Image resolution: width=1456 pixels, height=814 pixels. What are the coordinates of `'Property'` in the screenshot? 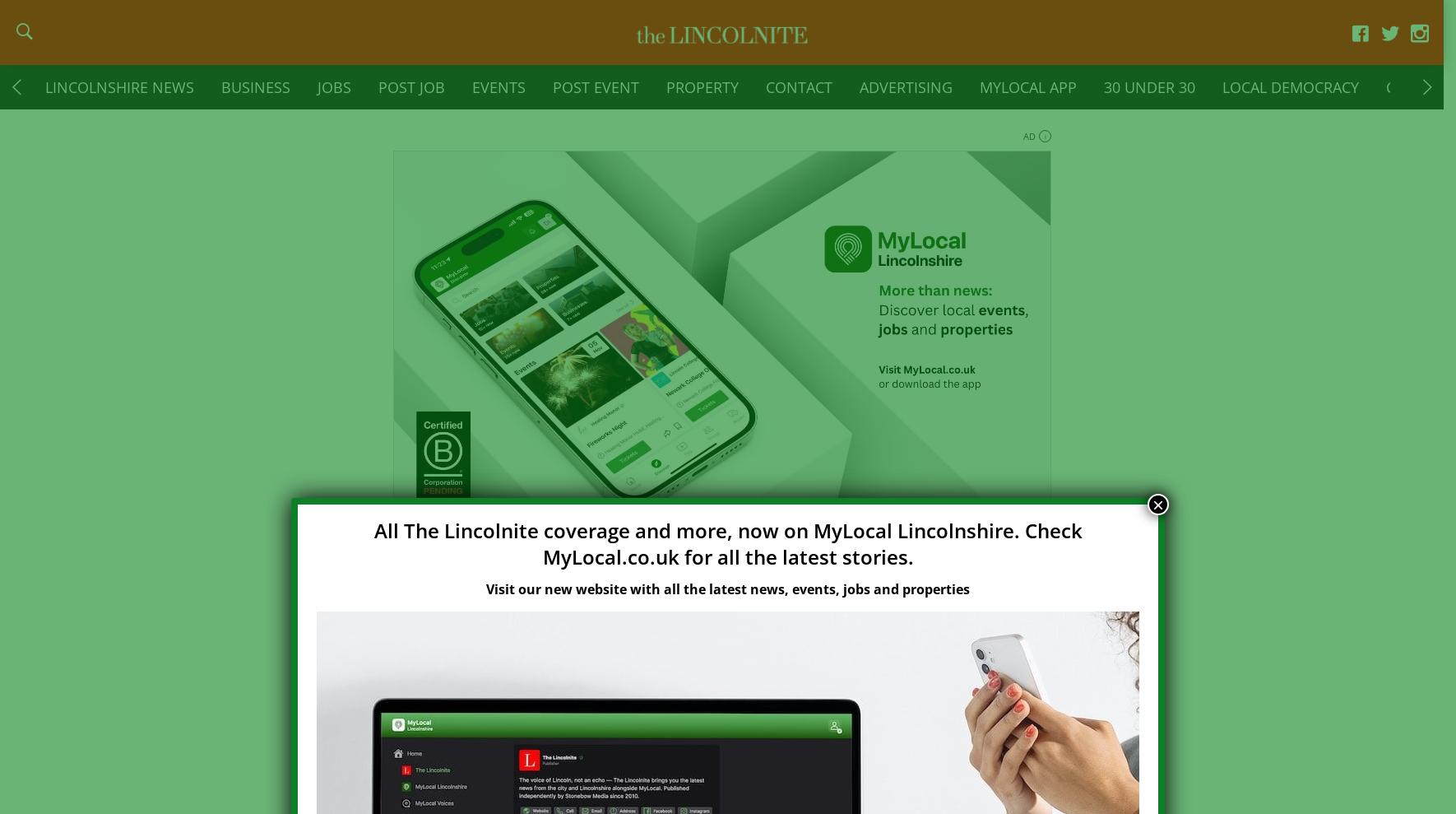 It's located at (702, 95).